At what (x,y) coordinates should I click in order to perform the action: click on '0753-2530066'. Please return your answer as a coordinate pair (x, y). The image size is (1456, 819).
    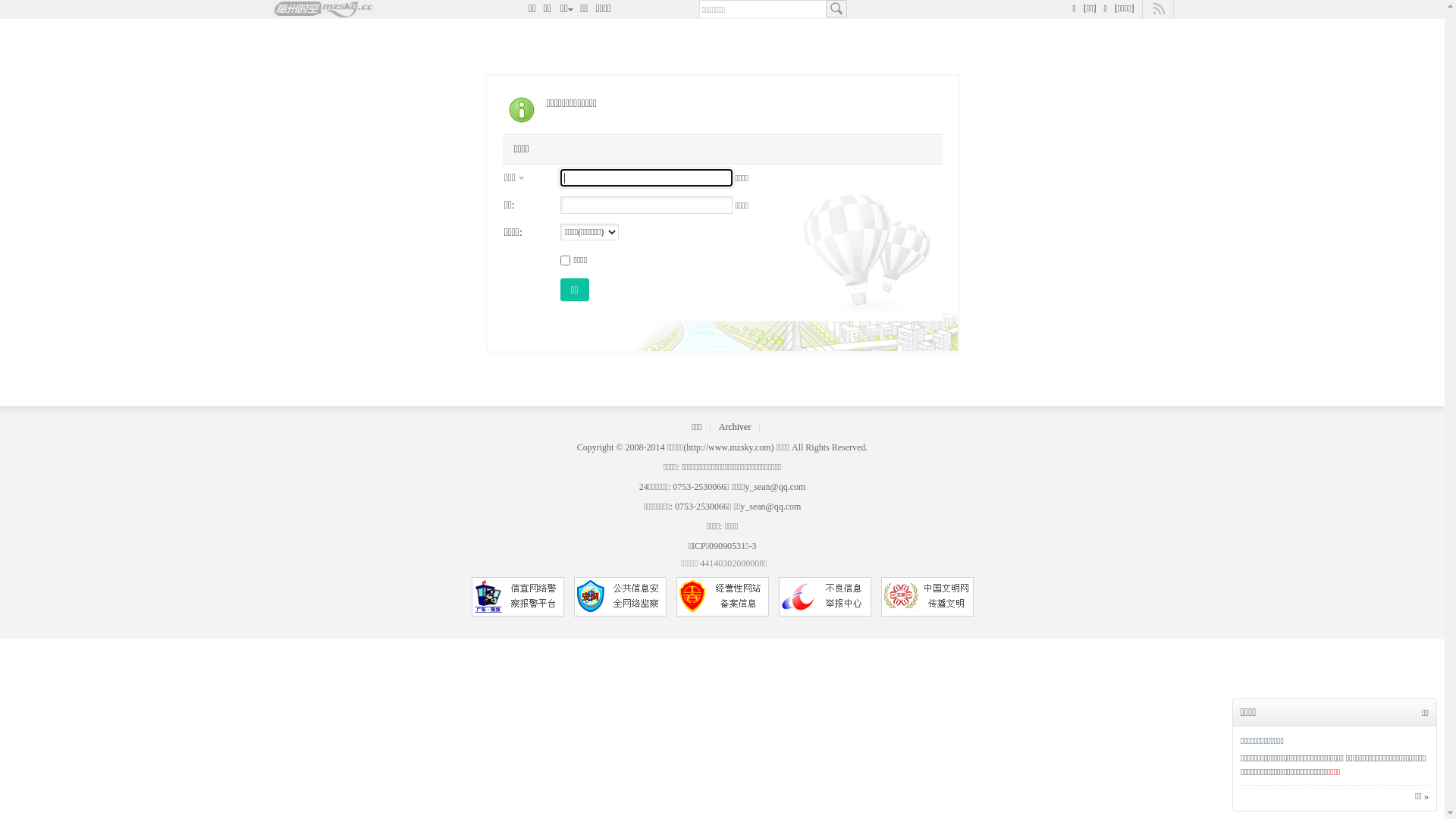
    Looking at the image, I should click on (701, 506).